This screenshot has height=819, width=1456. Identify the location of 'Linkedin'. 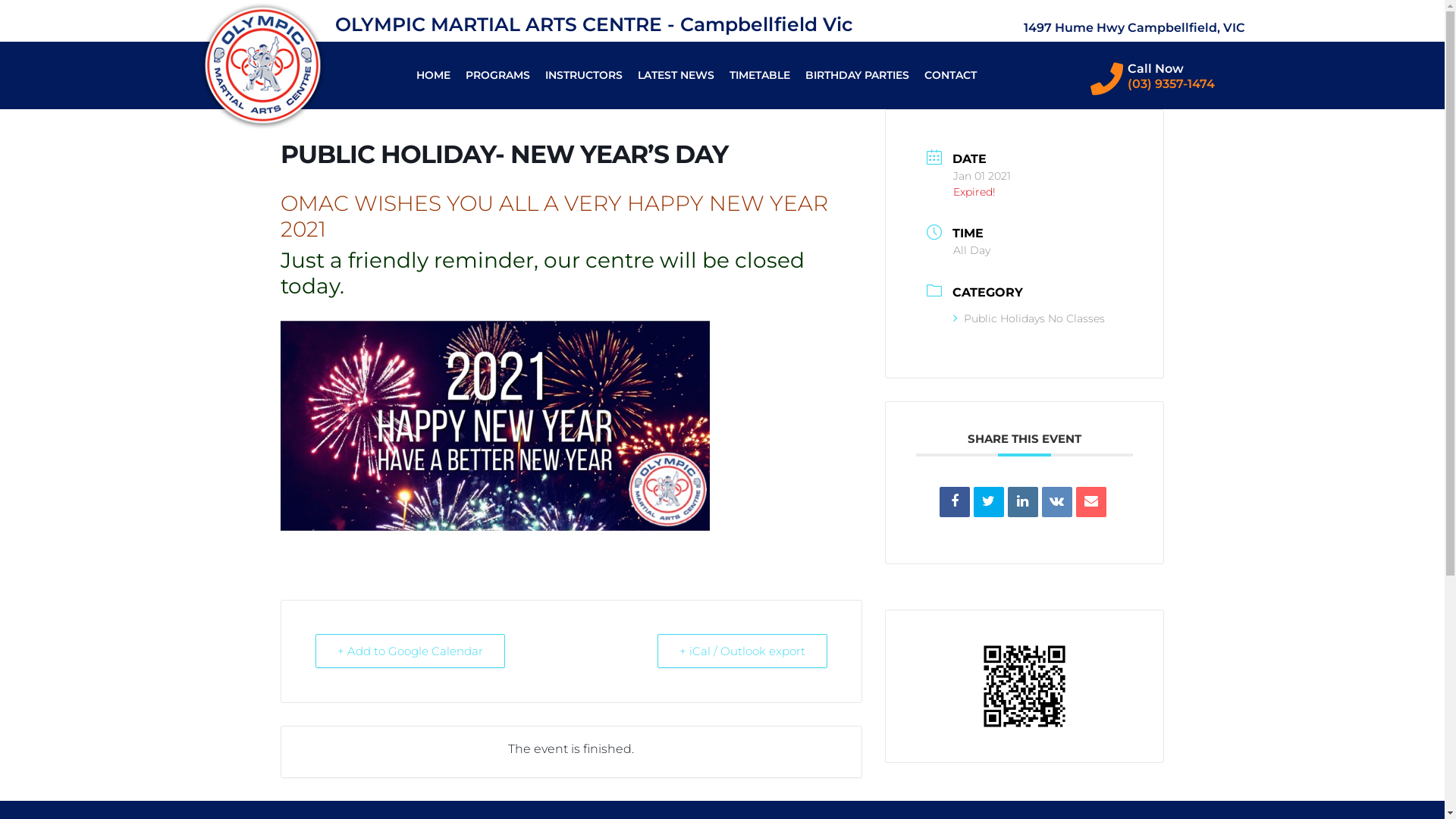
(1022, 502).